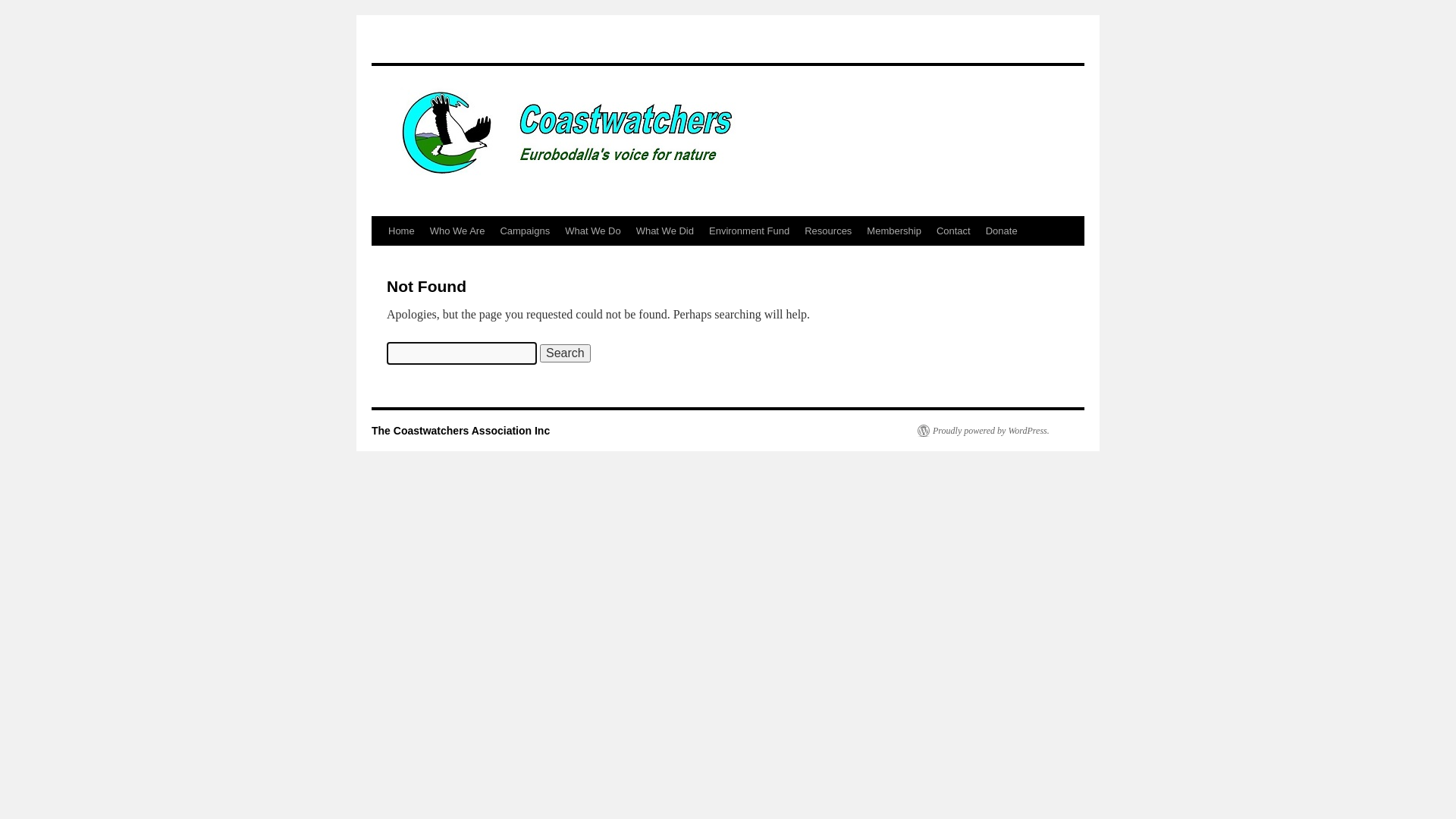  What do you see at coordinates (401, 231) in the screenshot?
I see `'Home'` at bounding box center [401, 231].